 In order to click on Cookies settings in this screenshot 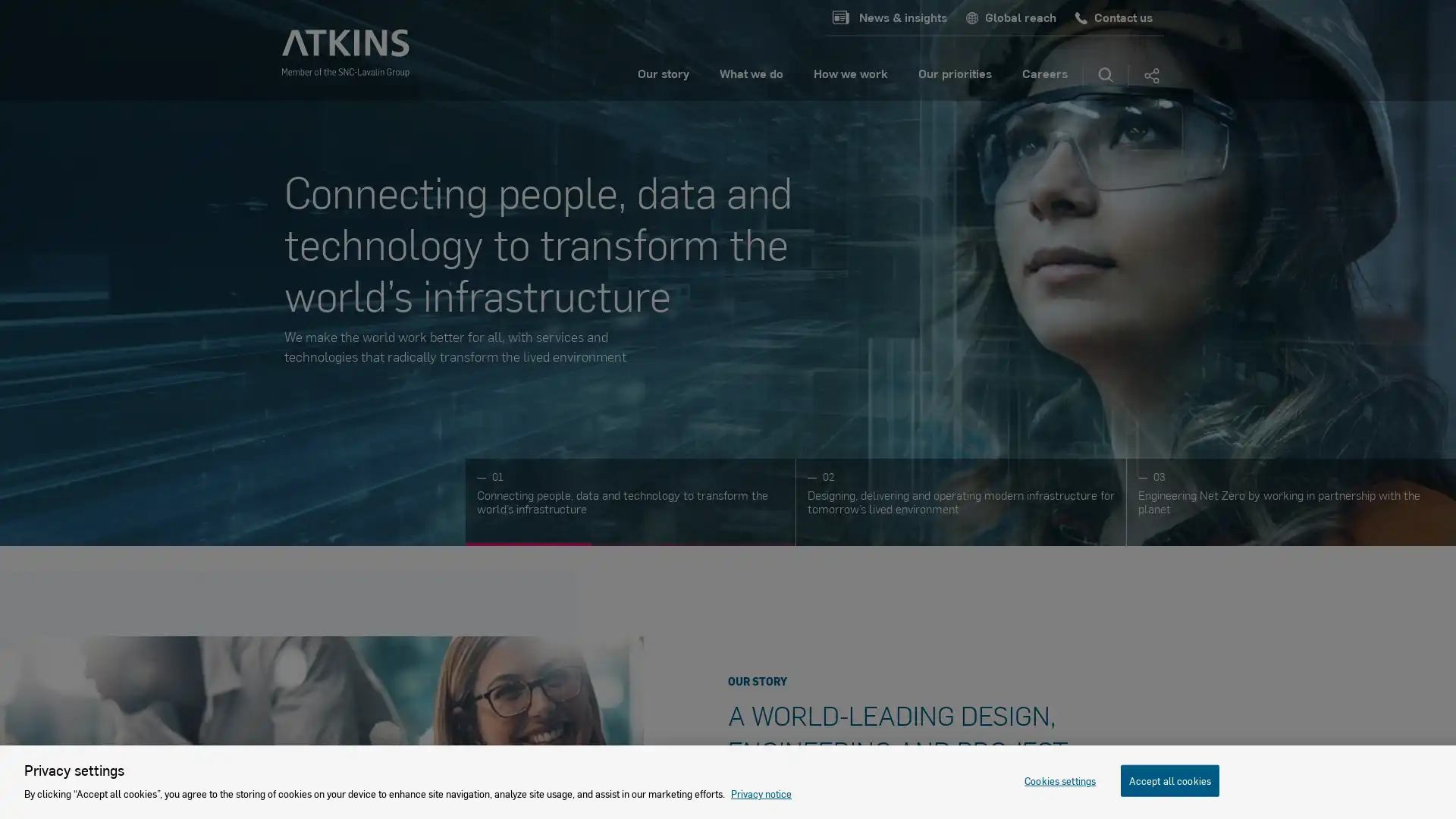, I will do `click(1059, 780)`.